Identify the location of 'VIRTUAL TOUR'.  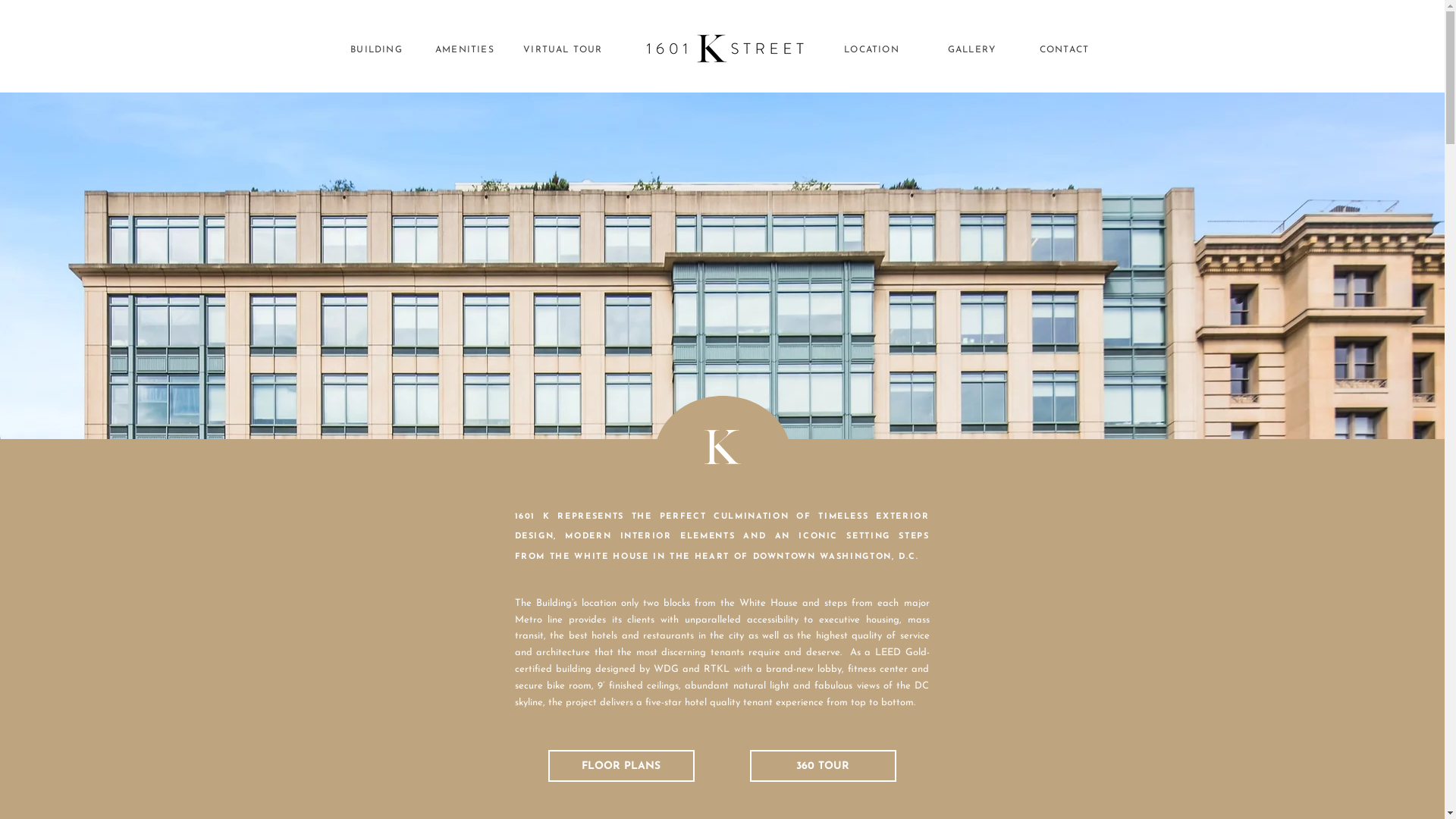
(563, 49).